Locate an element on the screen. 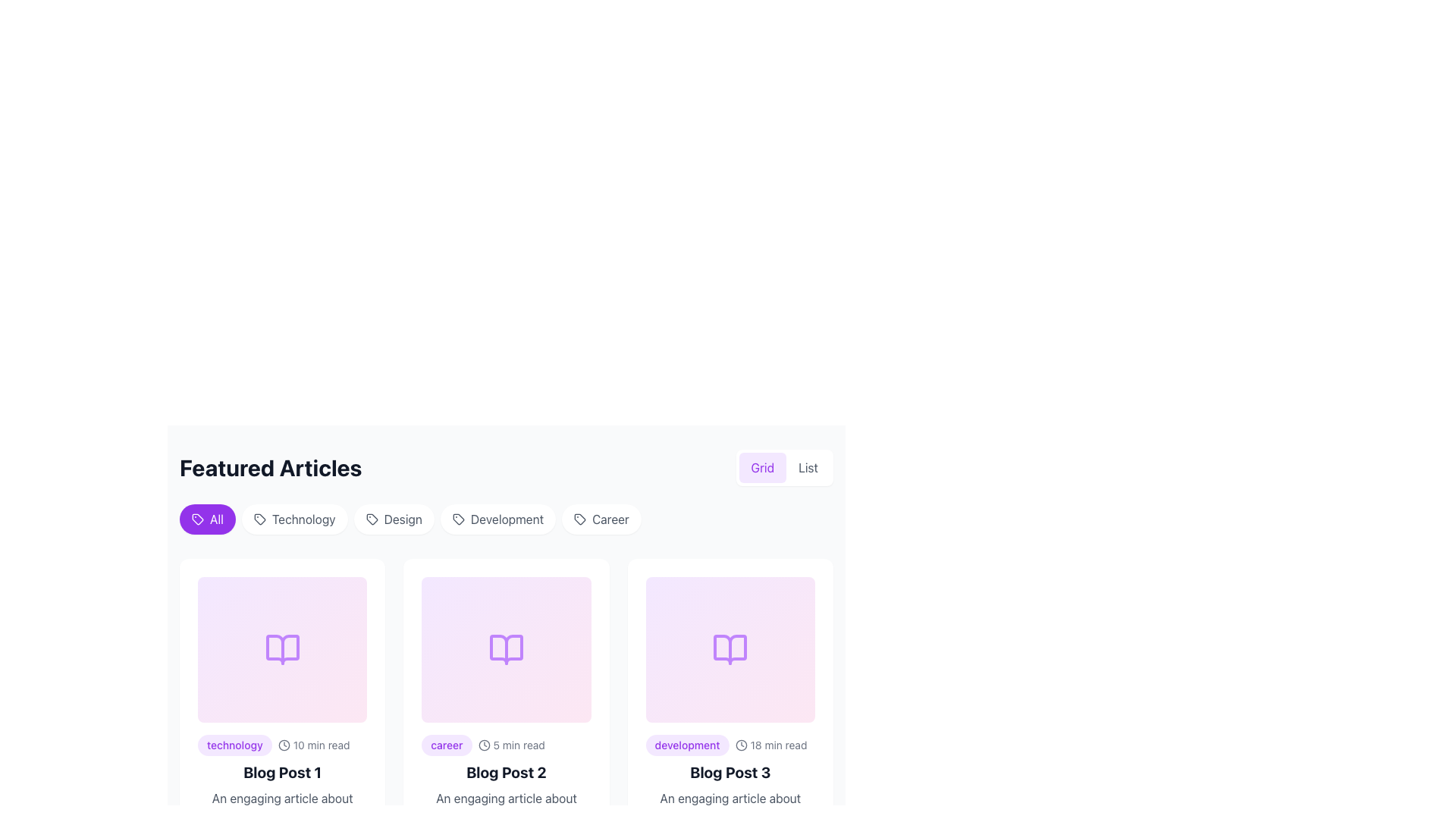  the rounded rectangular button labeled 'All' with a tag icon, which is the first in a group of filter buttons under the 'Featured Articles' heading, to observe any visual feedback is located at coordinates (206, 519).